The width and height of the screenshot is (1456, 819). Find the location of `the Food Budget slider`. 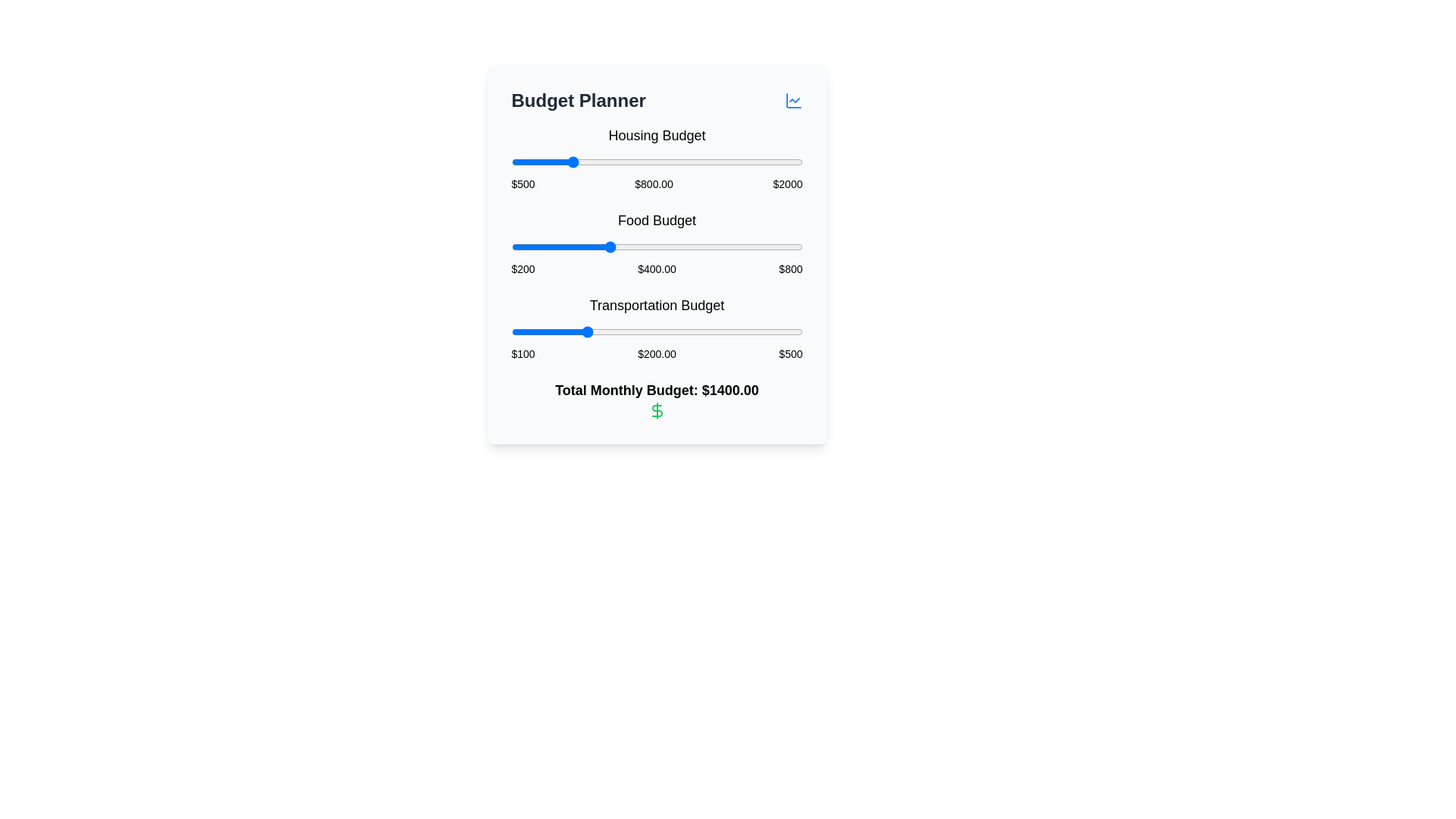

the Food Budget slider is located at coordinates (745, 246).